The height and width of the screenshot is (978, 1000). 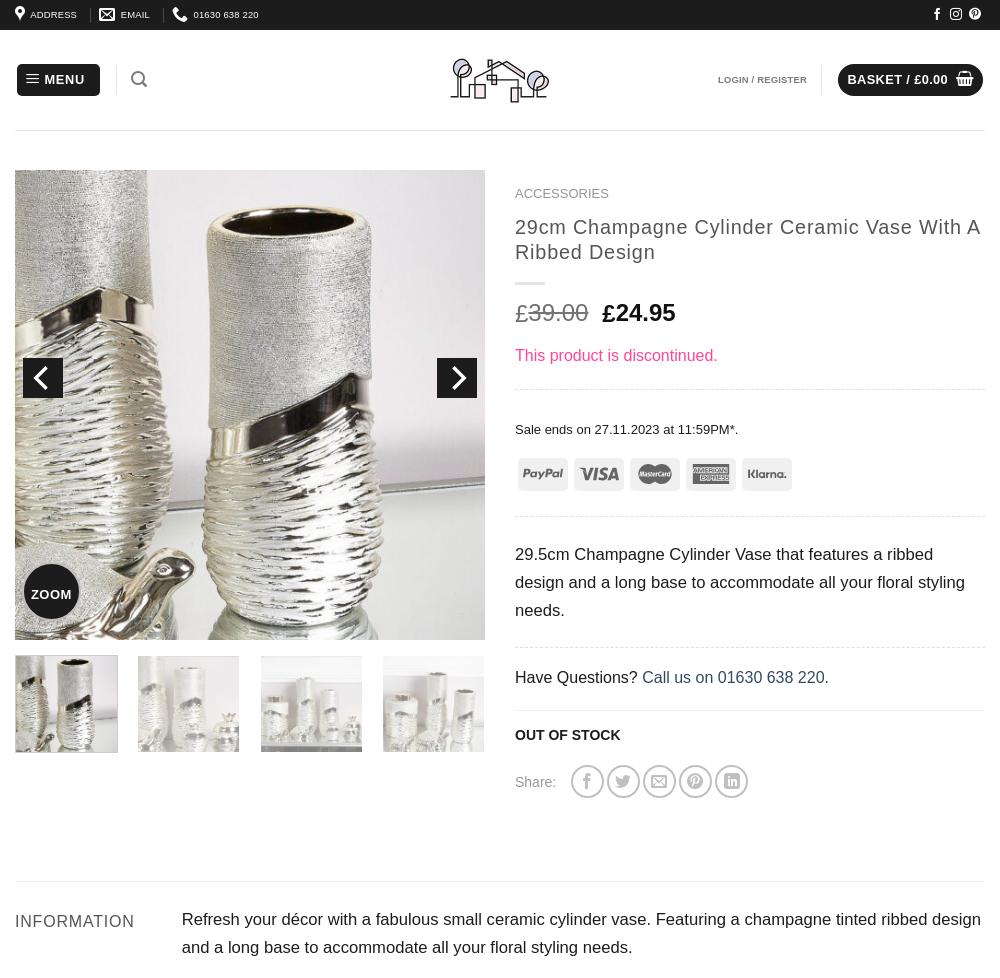 I want to click on 'ADDRESS', so click(x=53, y=14).